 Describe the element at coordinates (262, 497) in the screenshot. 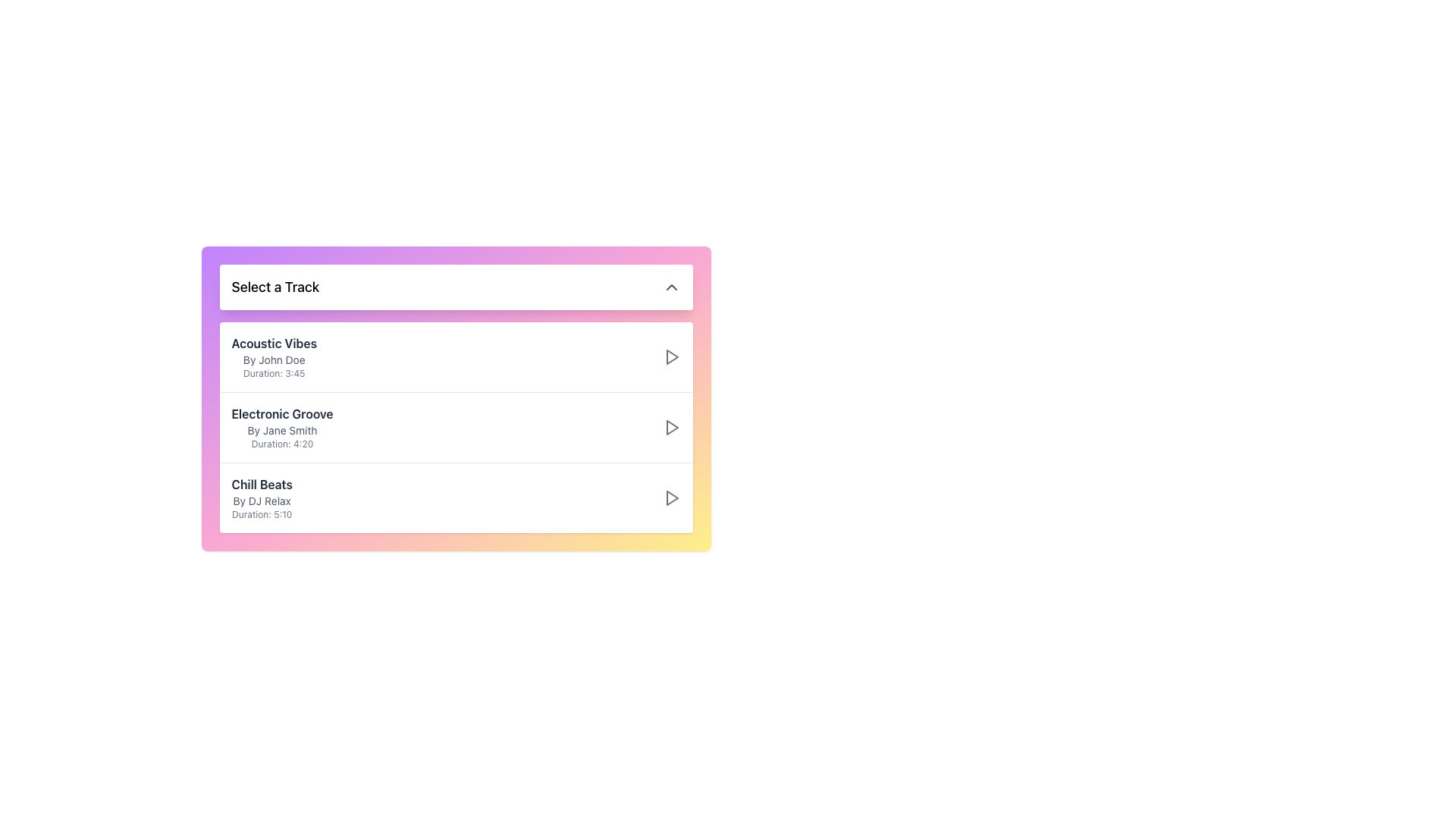

I see `displayed information of the third track item in the 'Select a Track' list, which includes its title, artist, and duration` at that location.